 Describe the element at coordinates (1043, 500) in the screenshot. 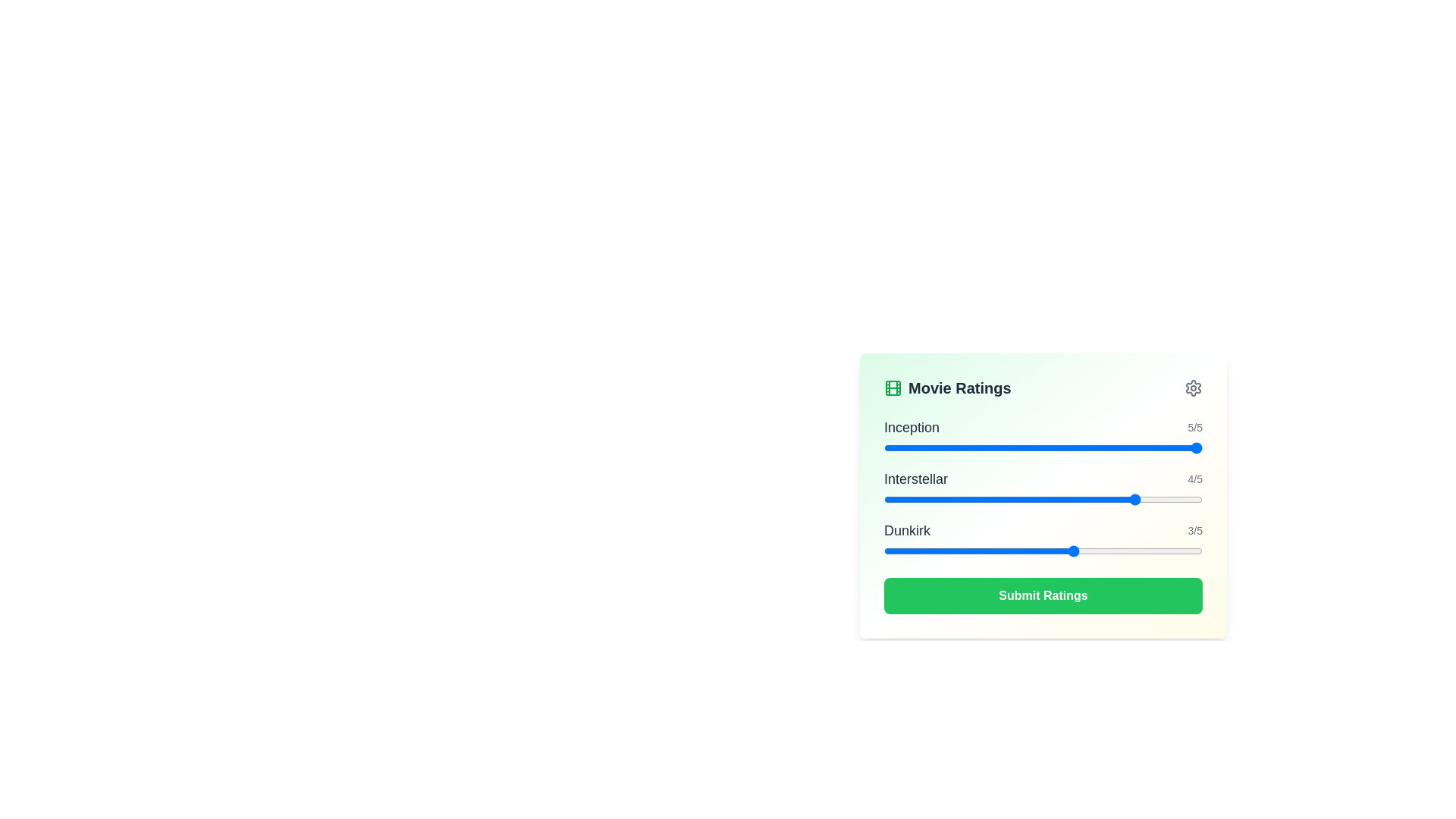

I see `the horizontal slider located beneath the text 'Interstellar' with a rating of '4/5'` at that location.